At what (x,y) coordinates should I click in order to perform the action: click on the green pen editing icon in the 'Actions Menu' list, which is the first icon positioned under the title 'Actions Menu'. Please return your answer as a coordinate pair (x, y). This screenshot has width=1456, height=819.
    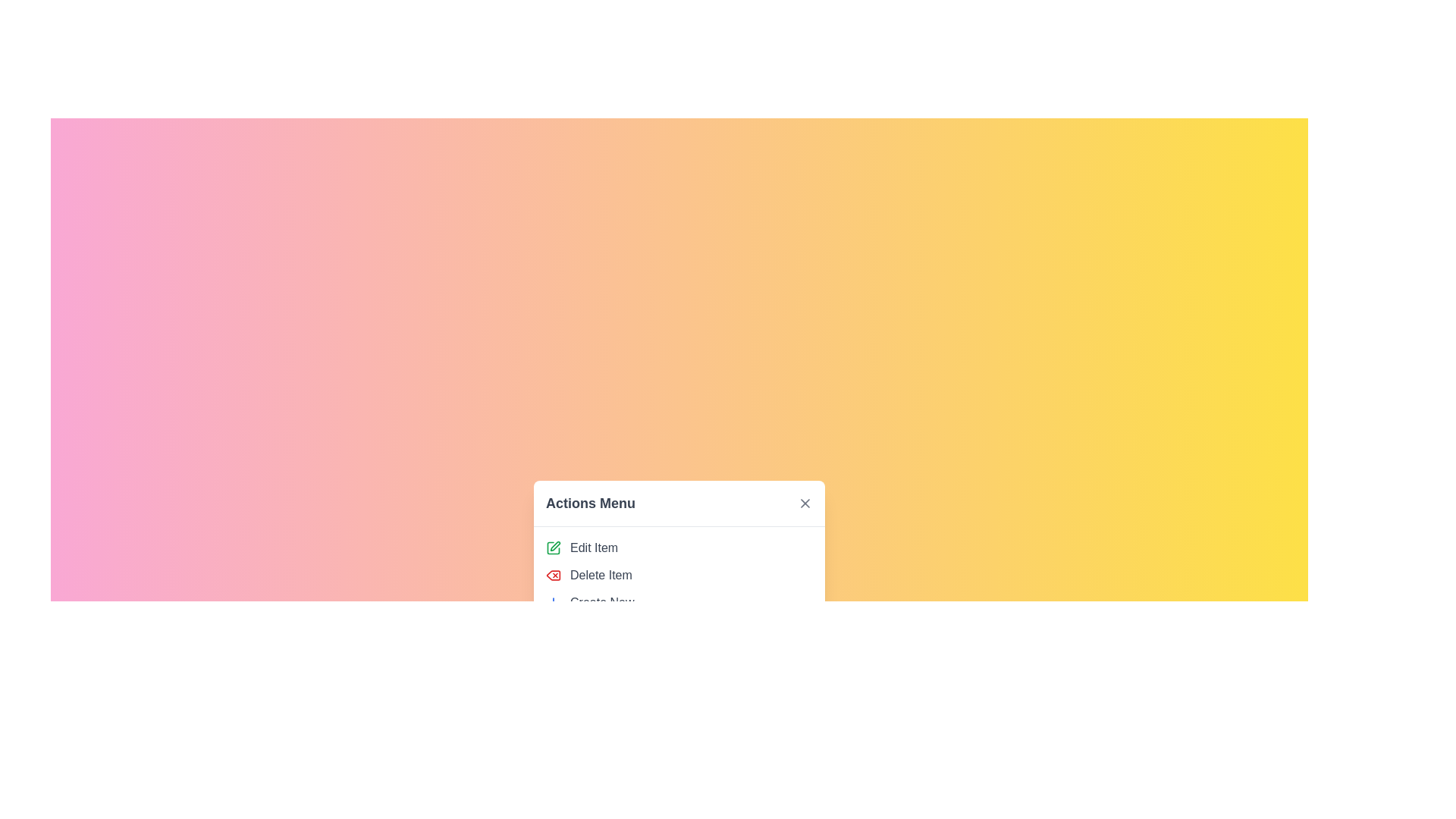
    Looking at the image, I should click on (554, 546).